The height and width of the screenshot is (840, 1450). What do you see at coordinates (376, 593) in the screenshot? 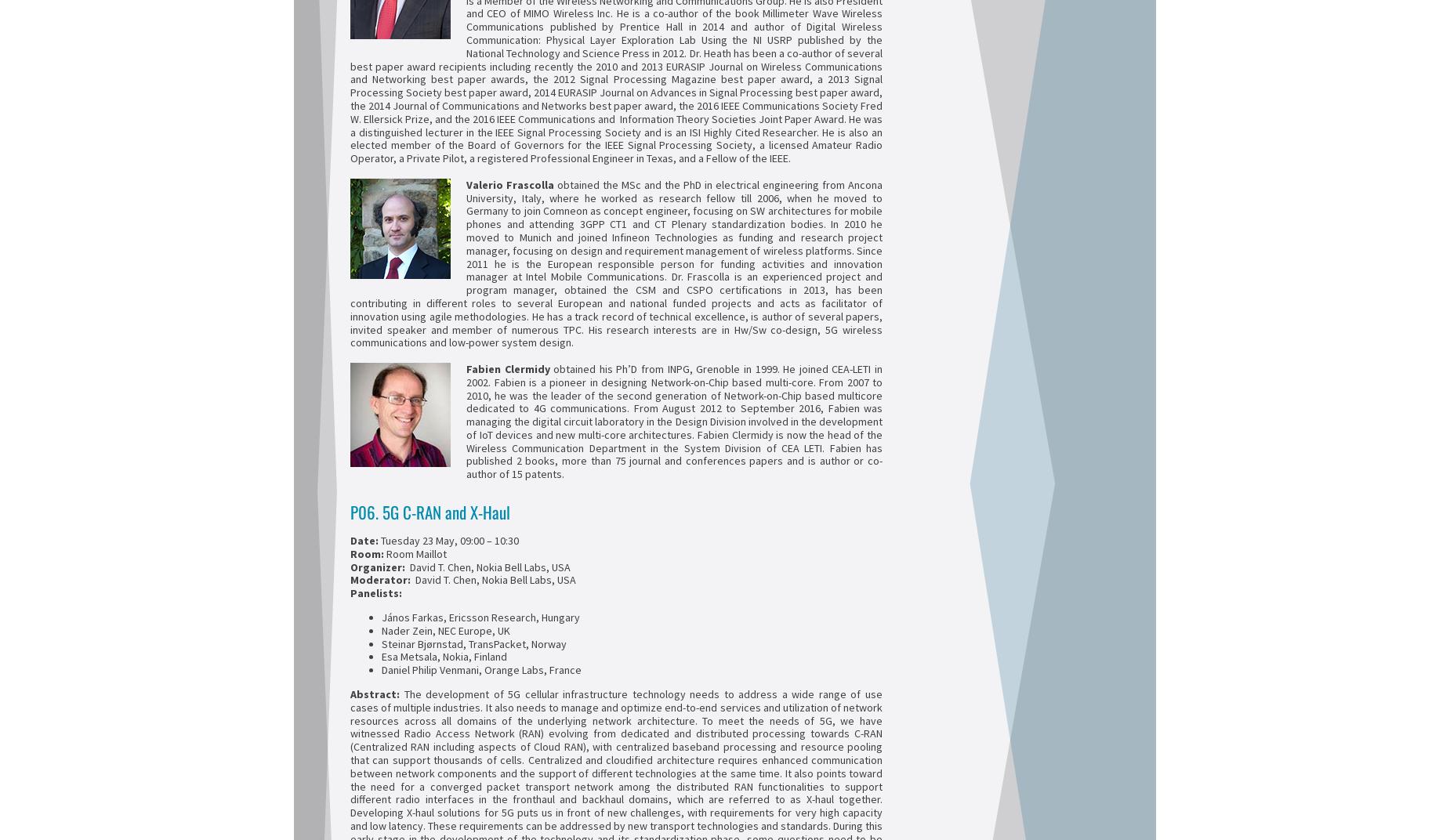
I see `'Panelists:'` at bounding box center [376, 593].